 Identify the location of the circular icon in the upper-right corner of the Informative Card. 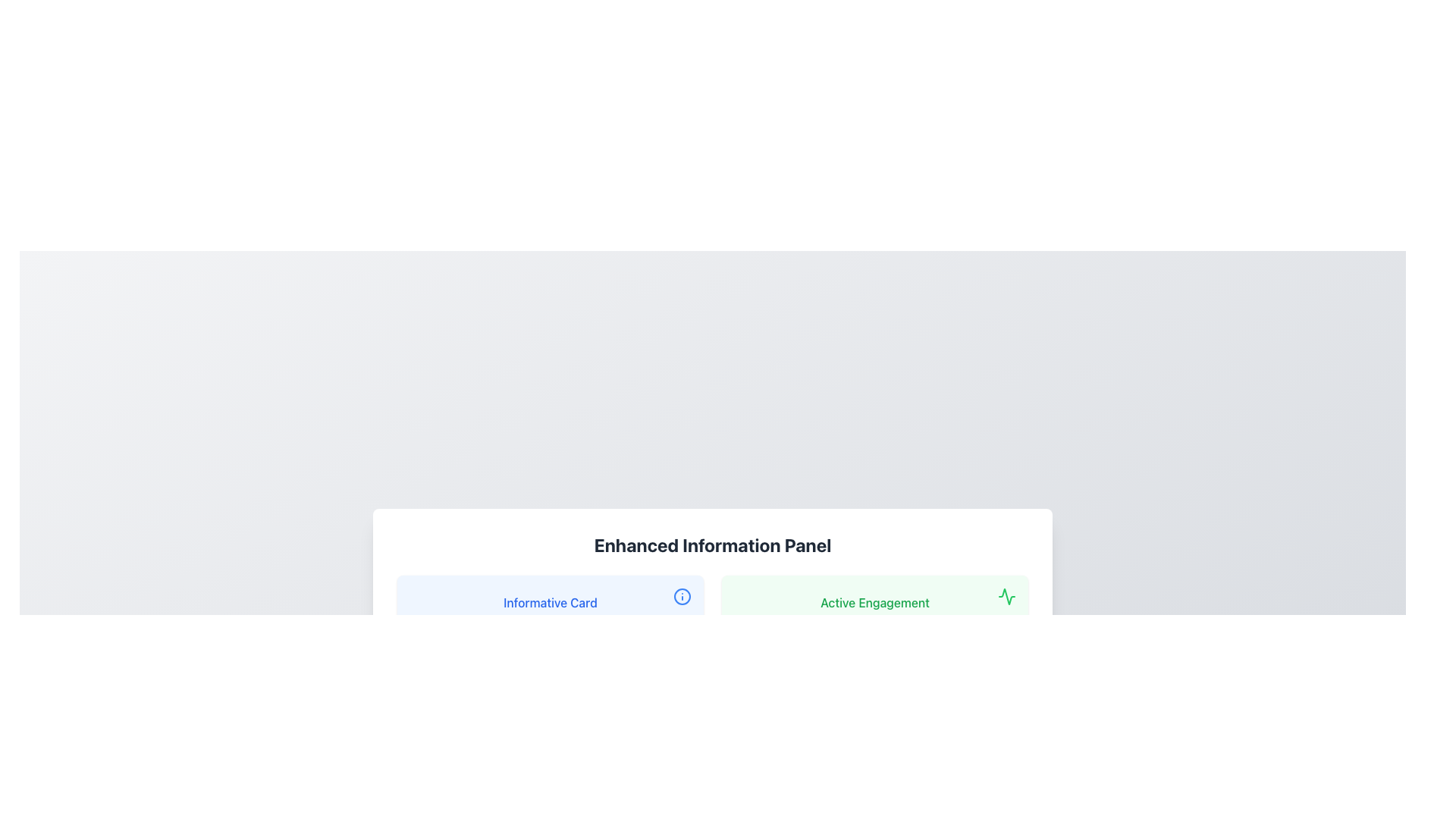
(682, 595).